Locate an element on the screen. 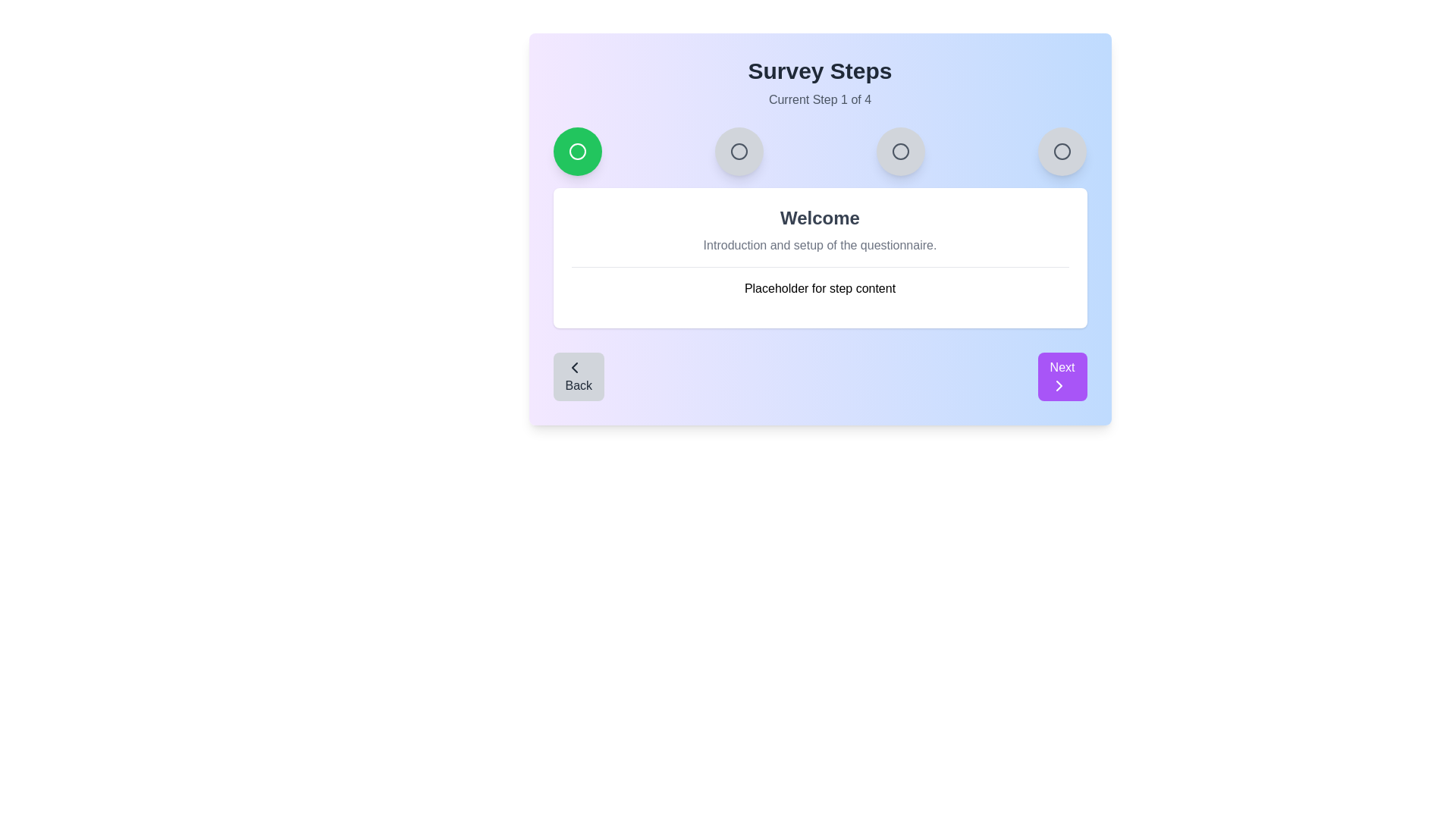 This screenshot has width=1456, height=819. the second circular step indicator button with a gray background and a dark-bordered circle at its center is located at coordinates (739, 152).